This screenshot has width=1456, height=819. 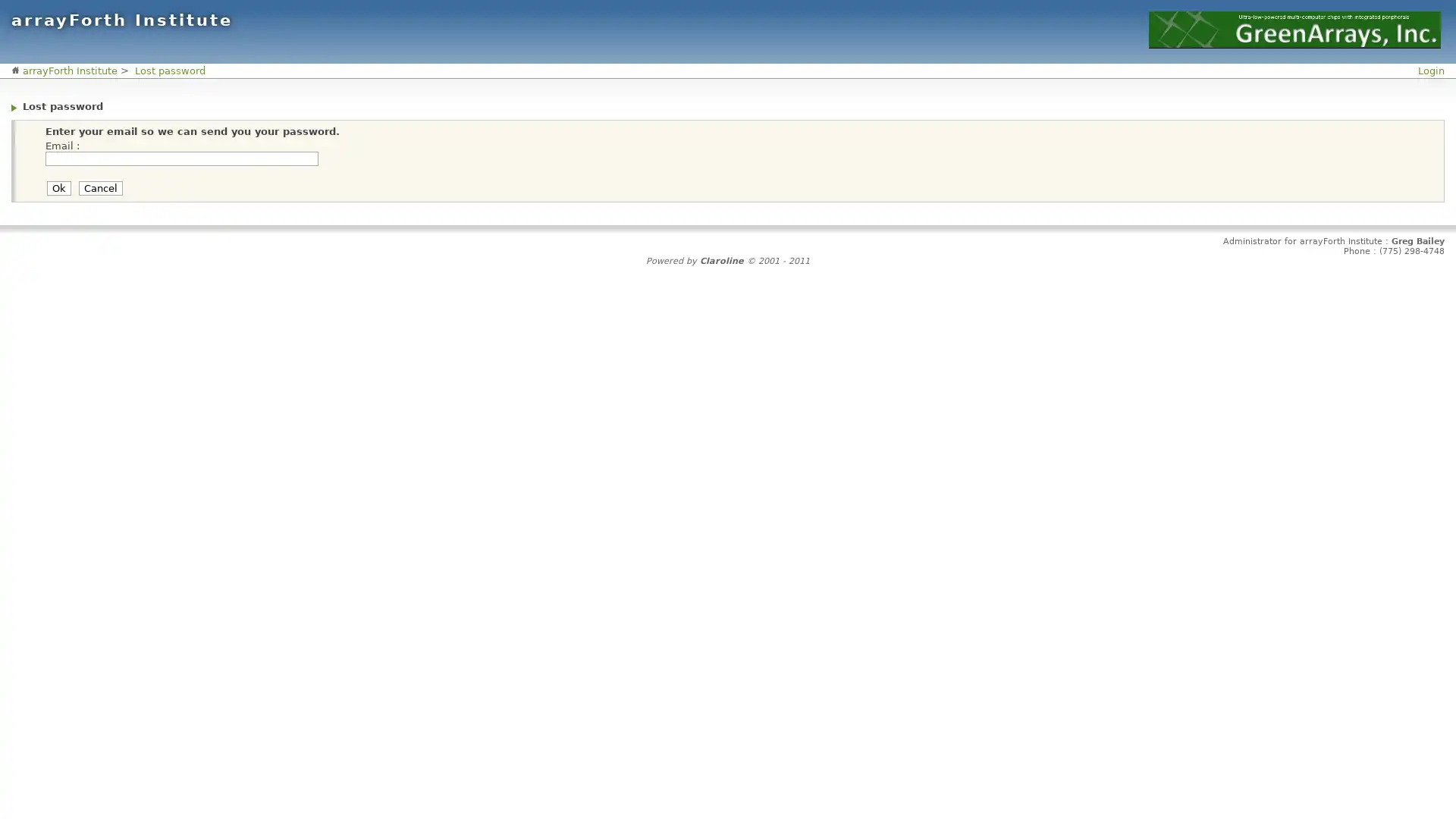 What do you see at coordinates (100, 187) in the screenshot?
I see `Cancel` at bounding box center [100, 187].